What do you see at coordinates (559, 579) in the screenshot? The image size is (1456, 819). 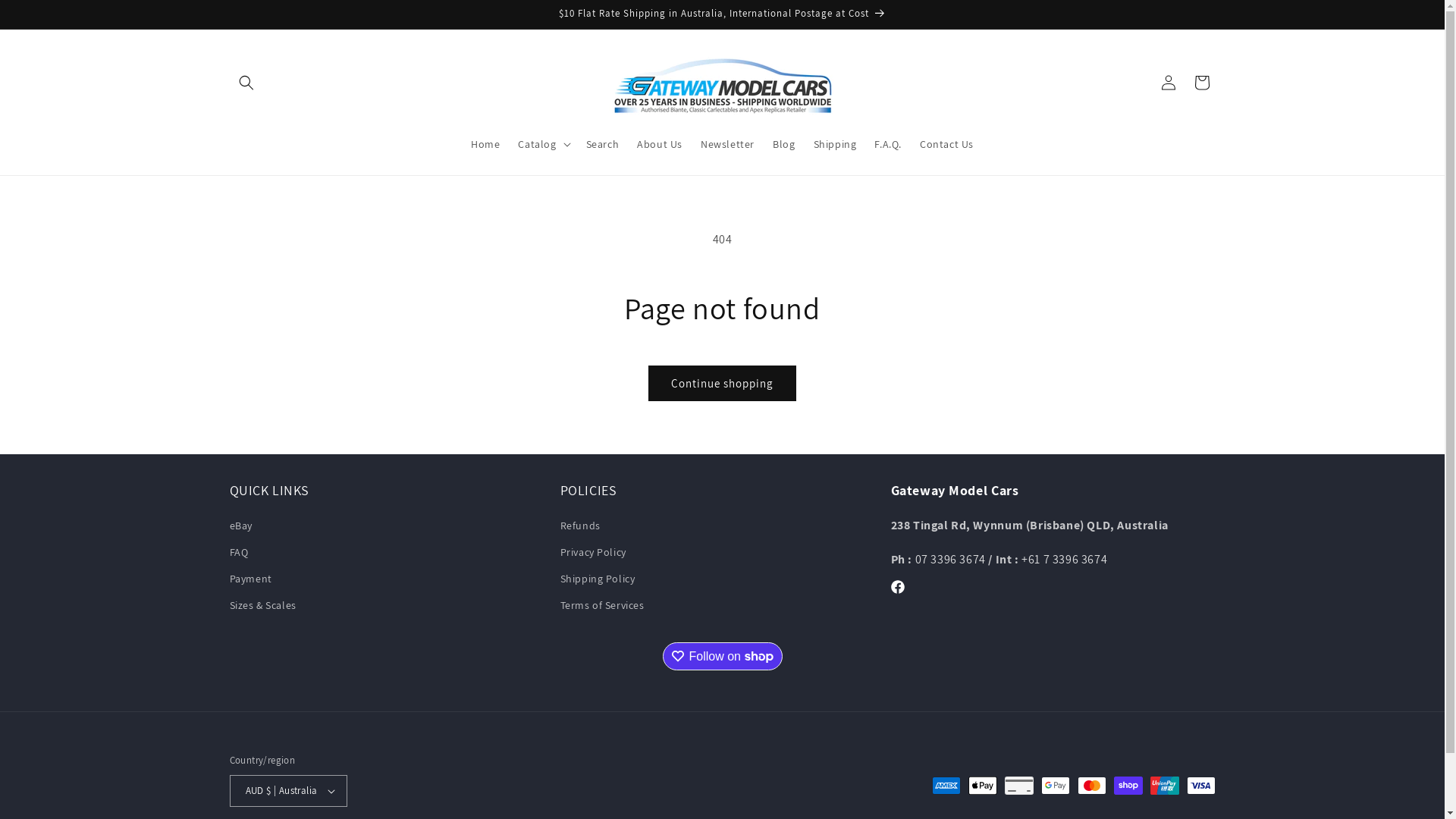 I see `'Shipping Policy'` at bounding box center [559, 579].